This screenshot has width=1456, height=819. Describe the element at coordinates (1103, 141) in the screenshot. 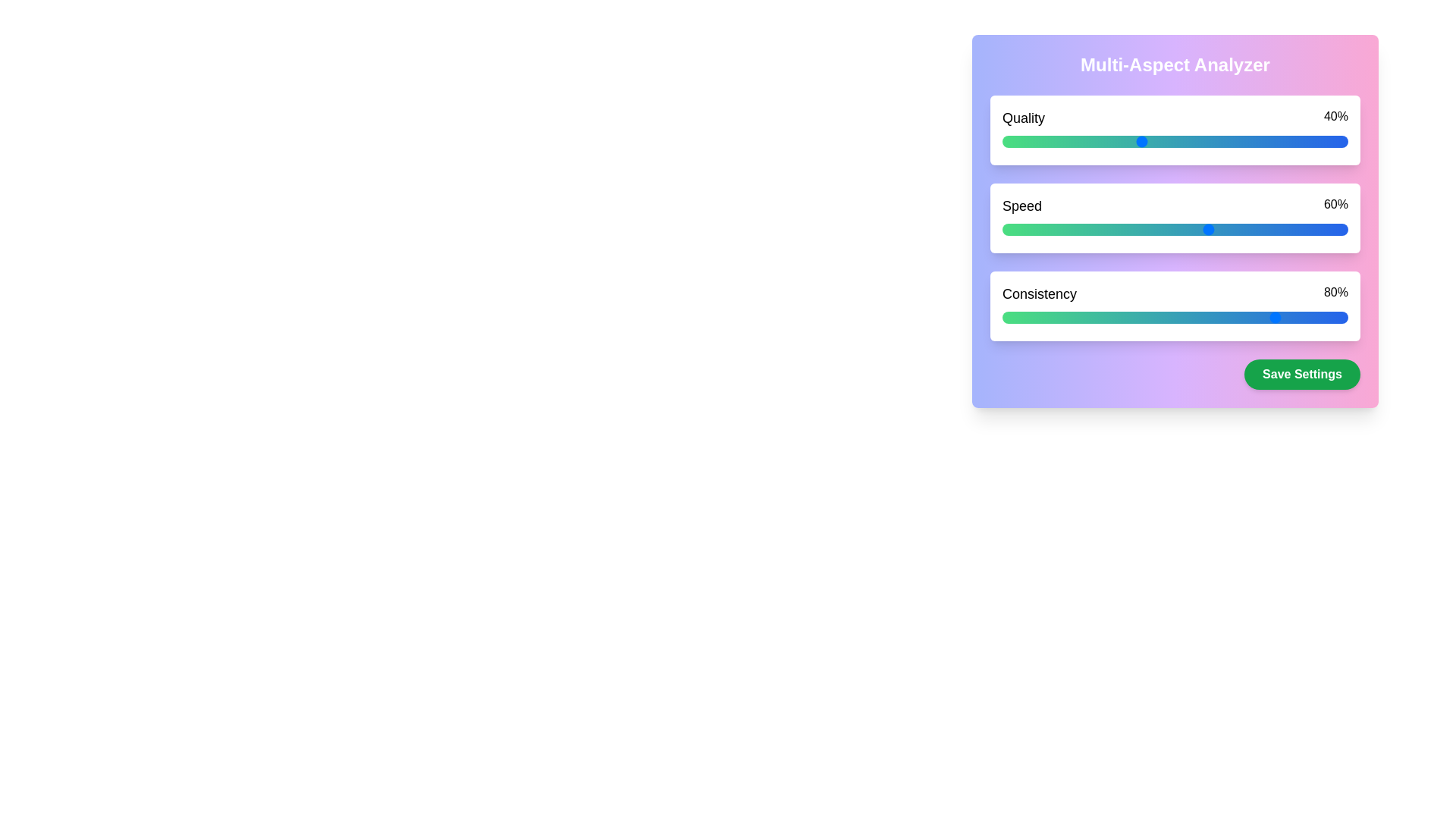

I see `quality` at that location.